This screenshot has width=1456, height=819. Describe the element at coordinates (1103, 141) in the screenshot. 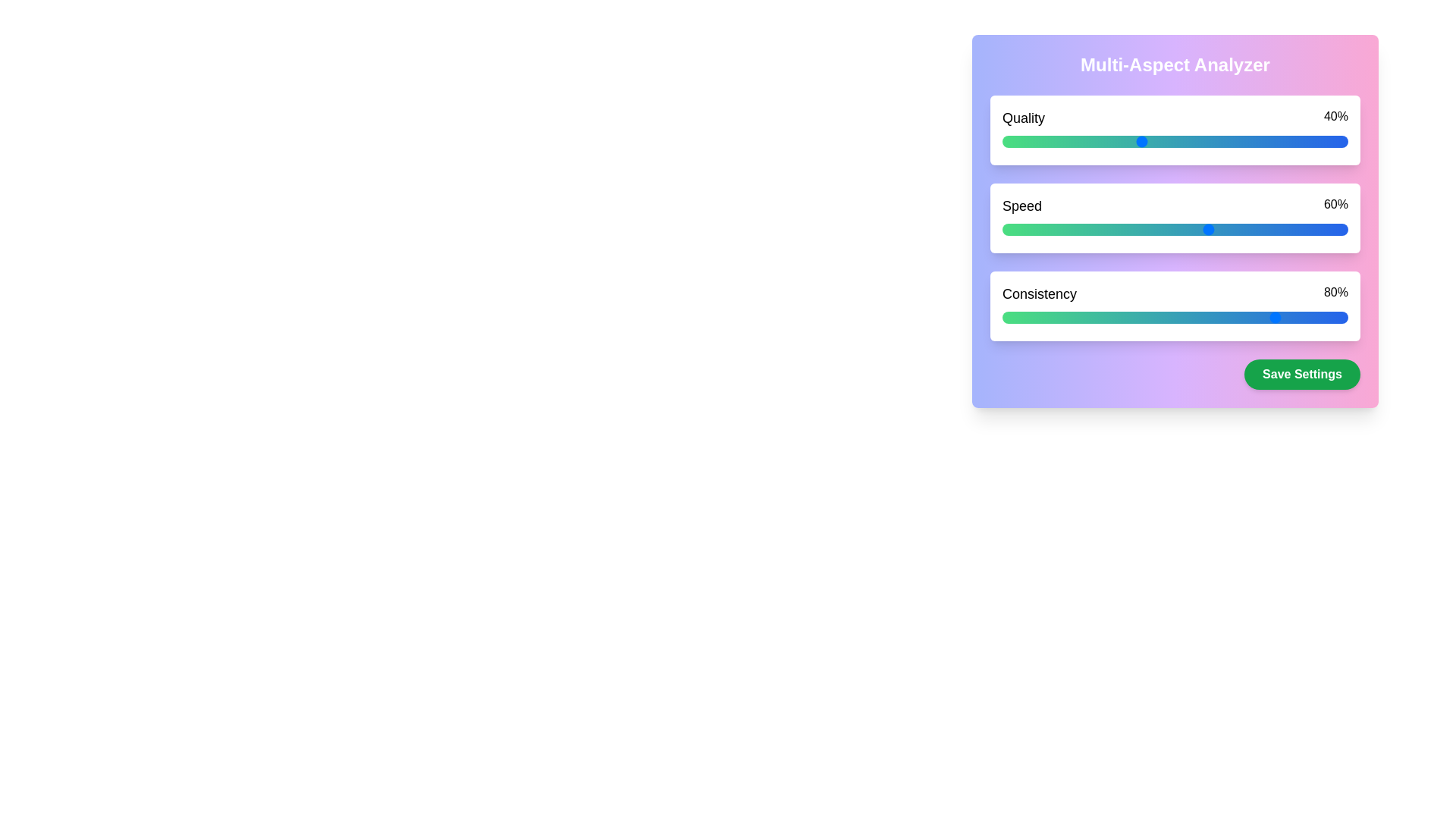

I see `quality` at that location.